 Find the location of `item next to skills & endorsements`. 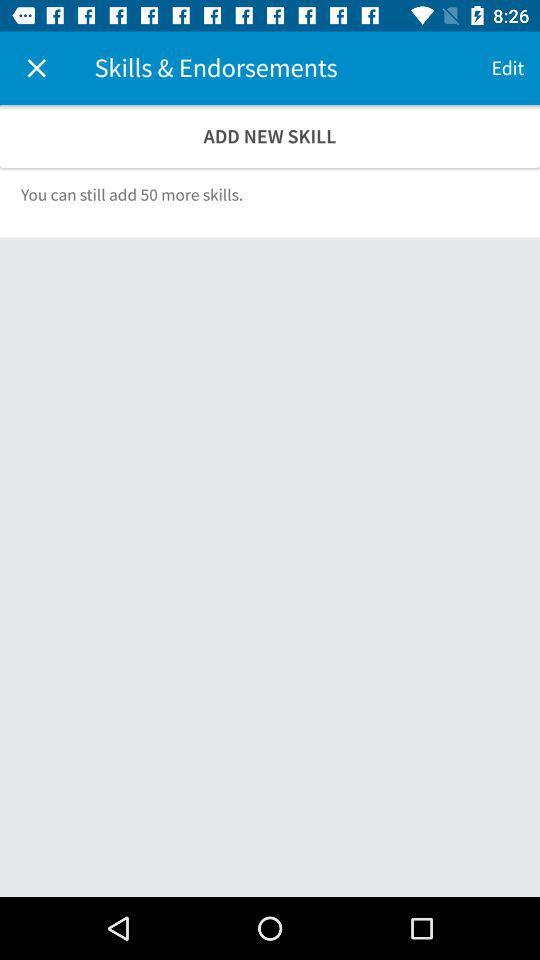

item next to skills & endorsements is located at coordinates (36, 68).